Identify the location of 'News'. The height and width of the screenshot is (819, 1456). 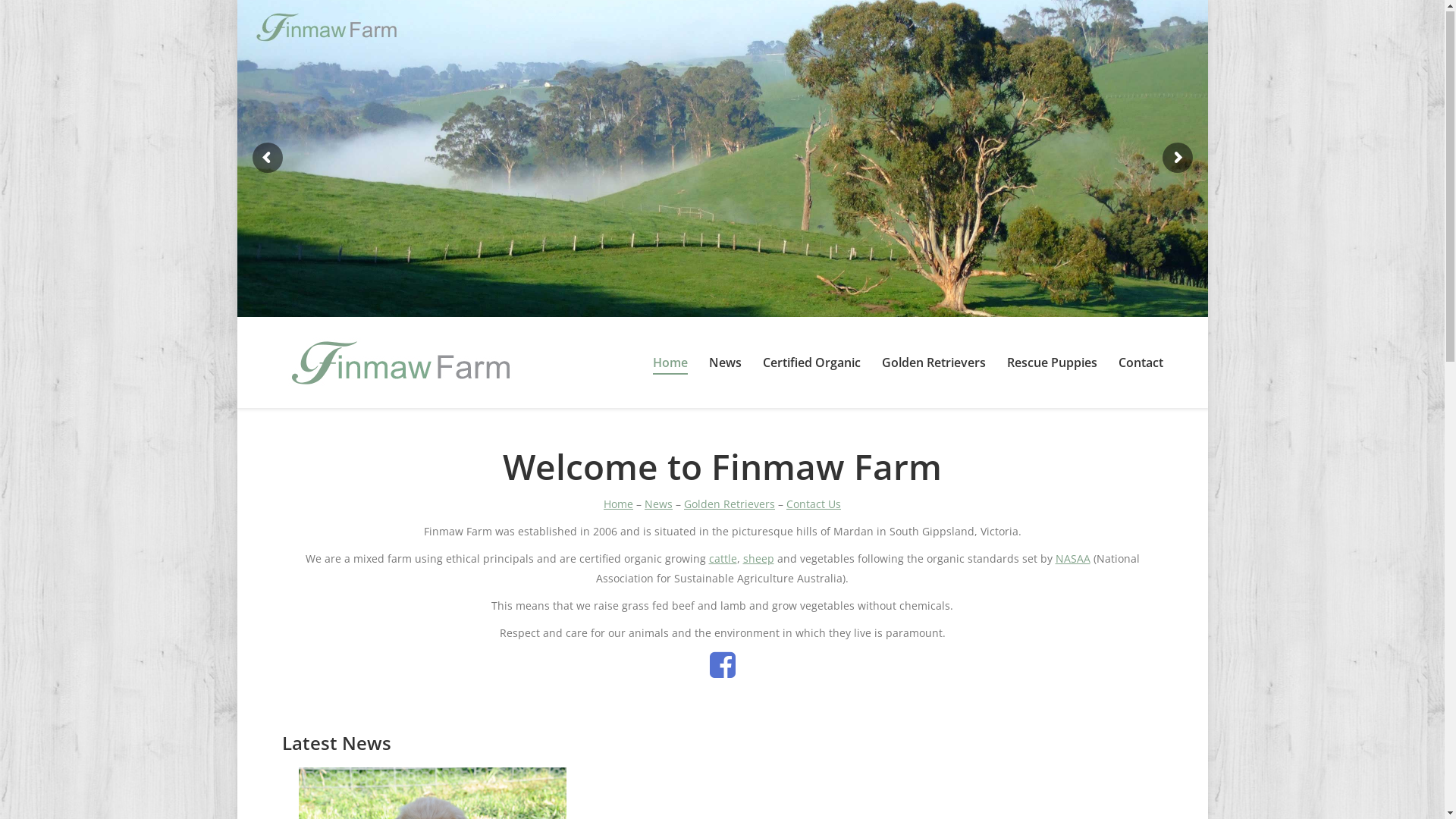
(658, 505).